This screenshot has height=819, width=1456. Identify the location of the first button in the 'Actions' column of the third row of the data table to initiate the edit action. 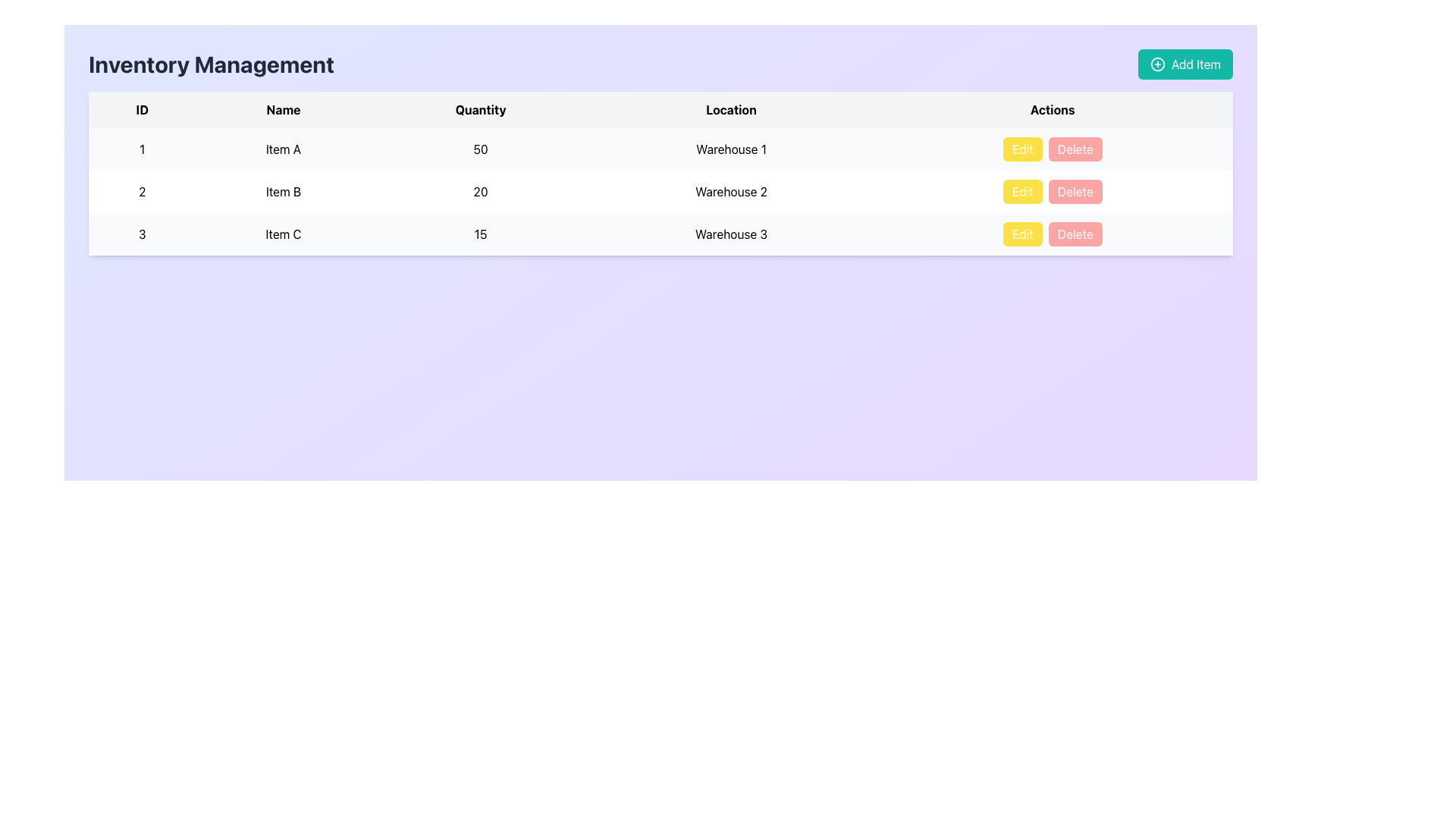
(1022, 234).